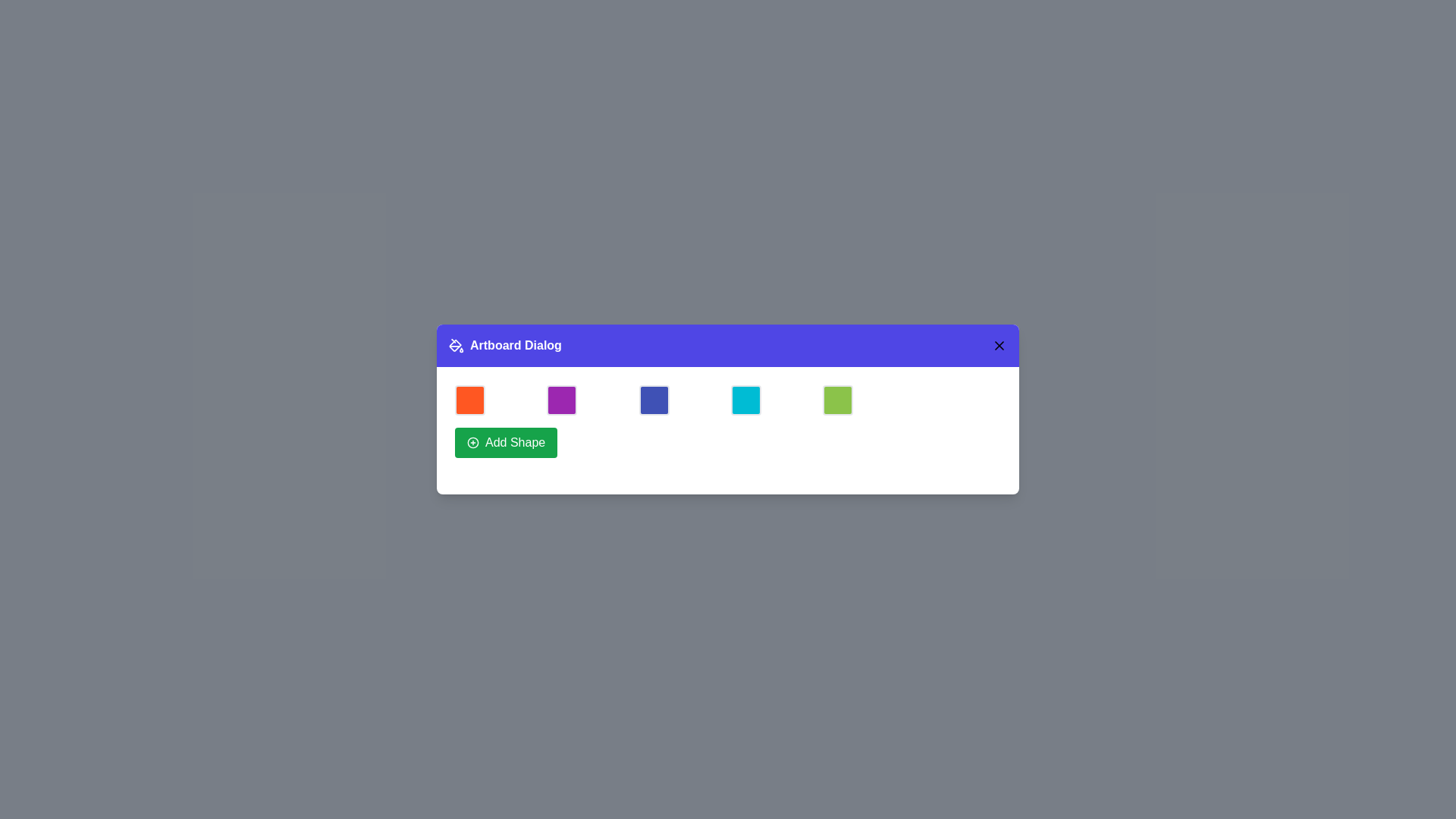 The image size is (1456, 819). I want to click on 'Add Shape' button to add a new shape to the artboard, so click(506, 442).